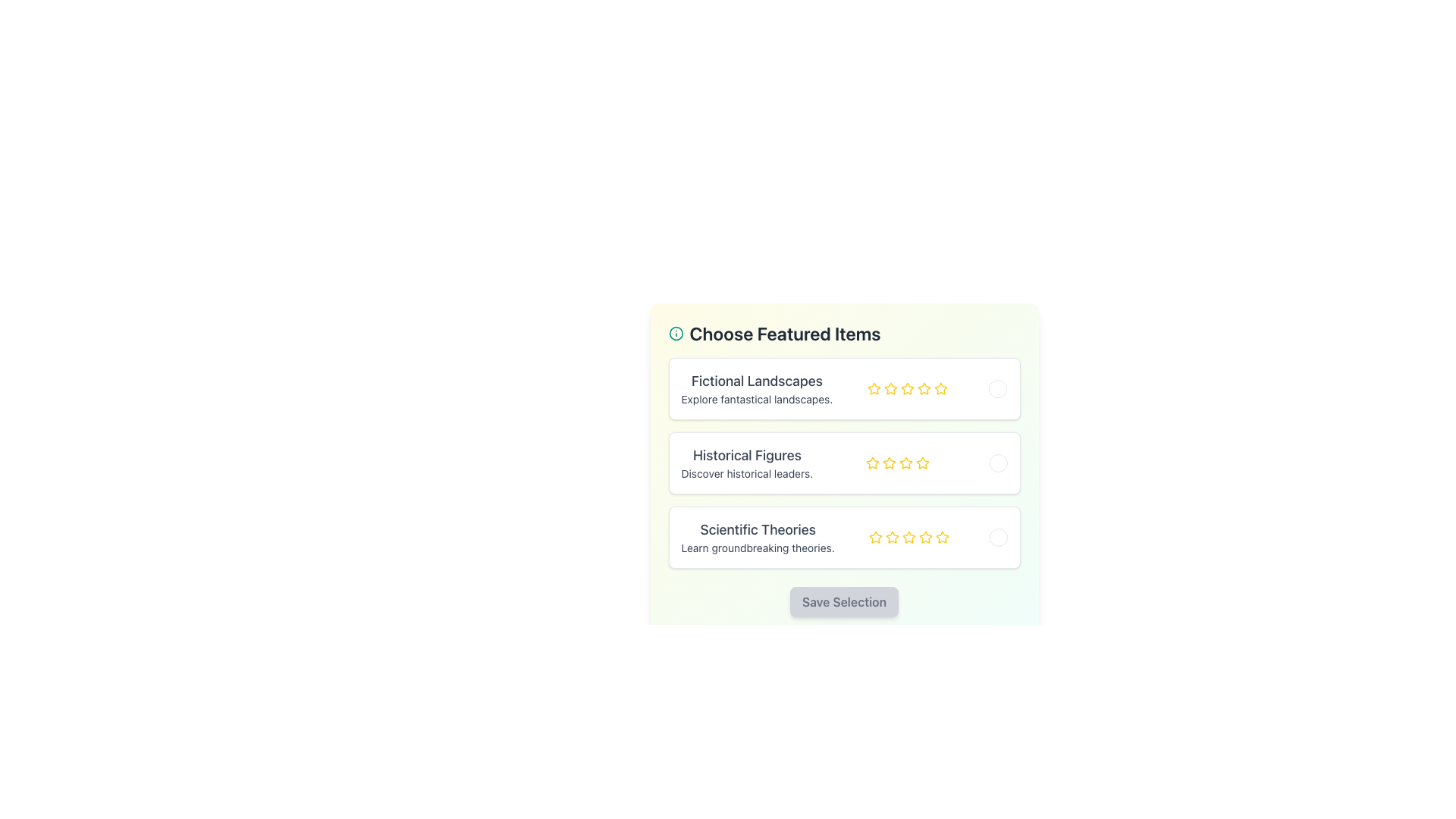 The image size is (1456, 819). I want to click on the fifth rating star in the 'Historical Figures' section, so click(922, 462).